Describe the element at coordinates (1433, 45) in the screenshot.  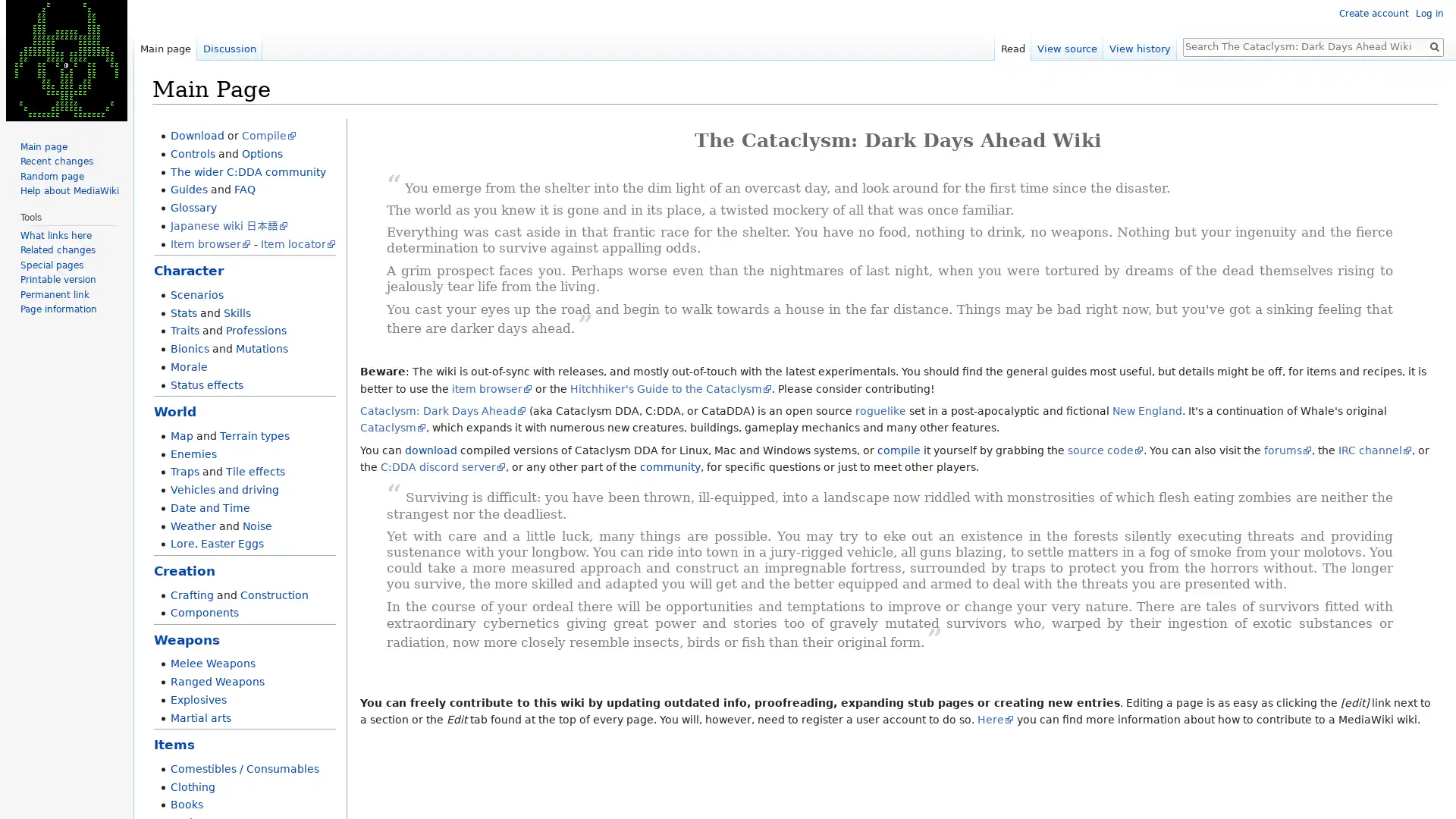
I see `Go` at that location.